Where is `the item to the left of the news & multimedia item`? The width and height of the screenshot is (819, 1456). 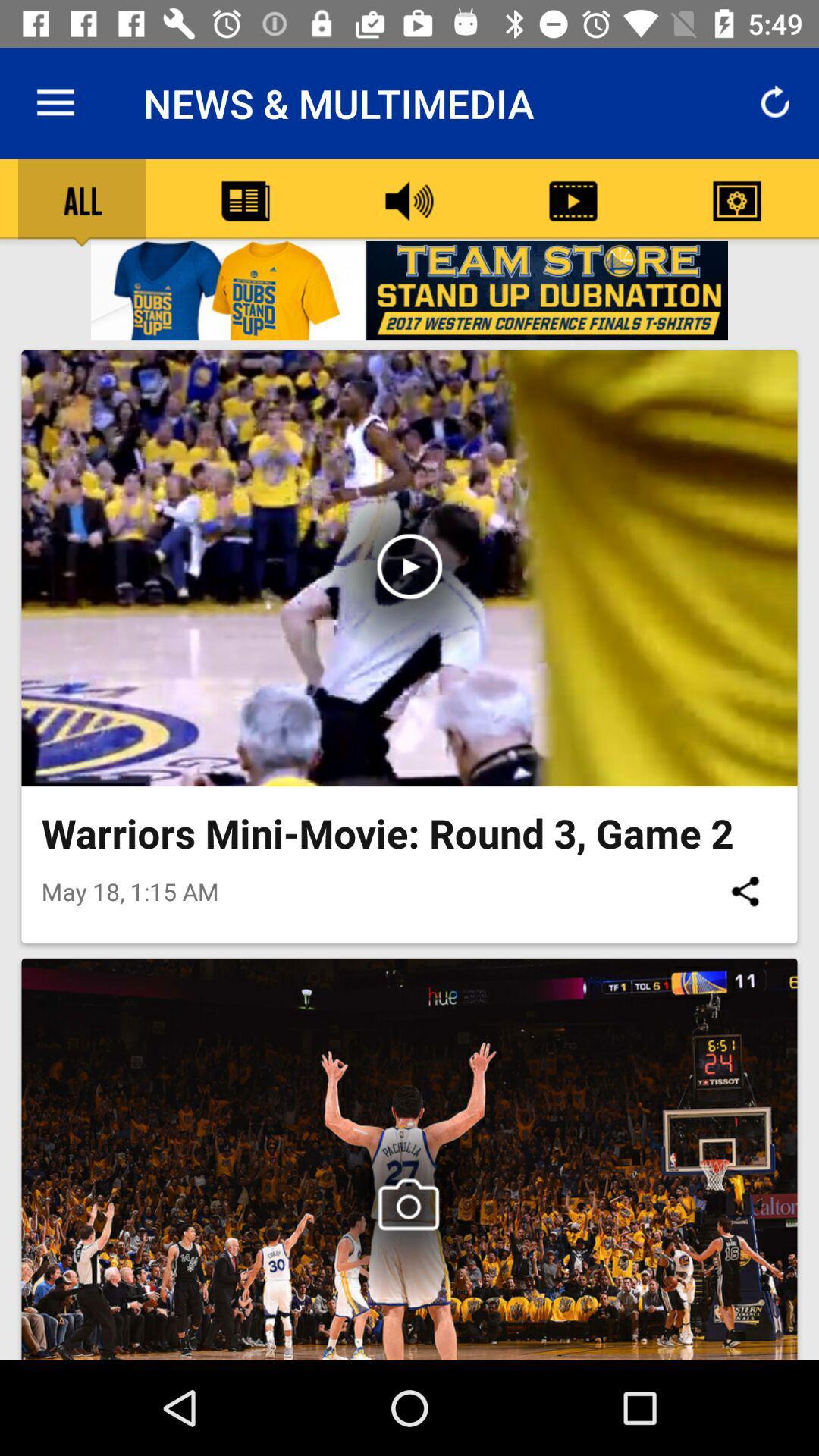
the item to the left of the news & multimedia item is located at coordinates (55, 102).